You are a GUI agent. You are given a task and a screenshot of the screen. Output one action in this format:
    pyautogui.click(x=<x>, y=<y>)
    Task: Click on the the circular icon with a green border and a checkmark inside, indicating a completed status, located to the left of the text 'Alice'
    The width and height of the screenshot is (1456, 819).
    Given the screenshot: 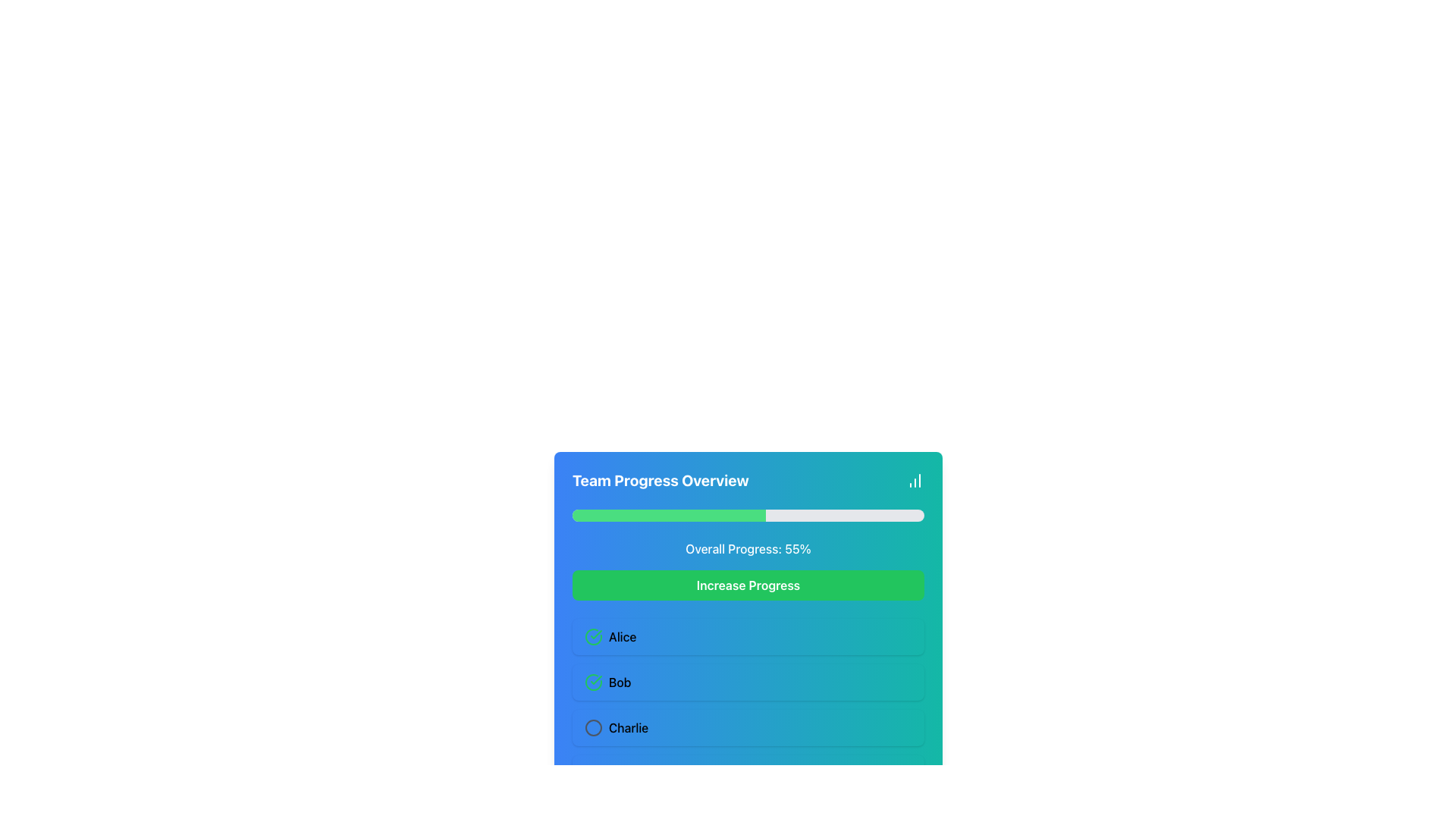 What is the action you would take?
    pyautogui.click(x=592, y=637)
    